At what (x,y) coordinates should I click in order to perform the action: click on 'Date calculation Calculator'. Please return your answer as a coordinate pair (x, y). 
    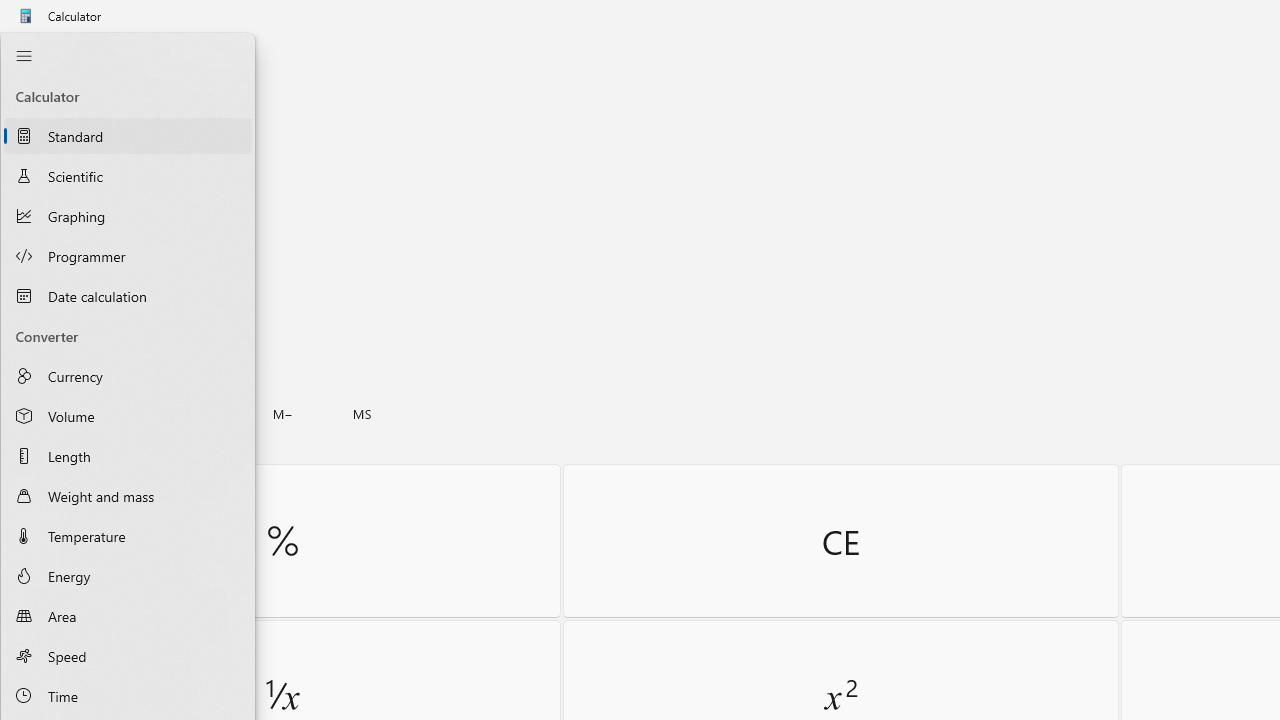
    Looking at the image, I should click on (127, 295).